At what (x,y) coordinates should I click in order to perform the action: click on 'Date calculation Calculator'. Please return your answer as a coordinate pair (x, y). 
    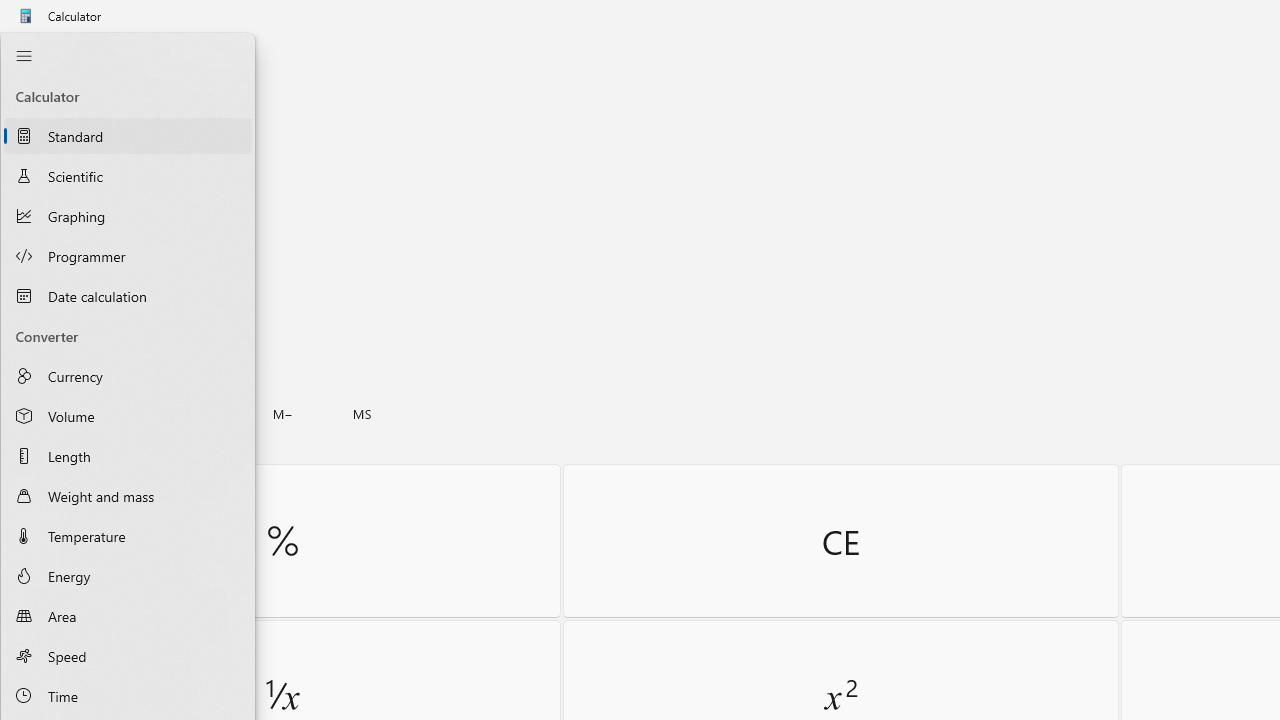
    Looking at the image, I should click on (127, 295).